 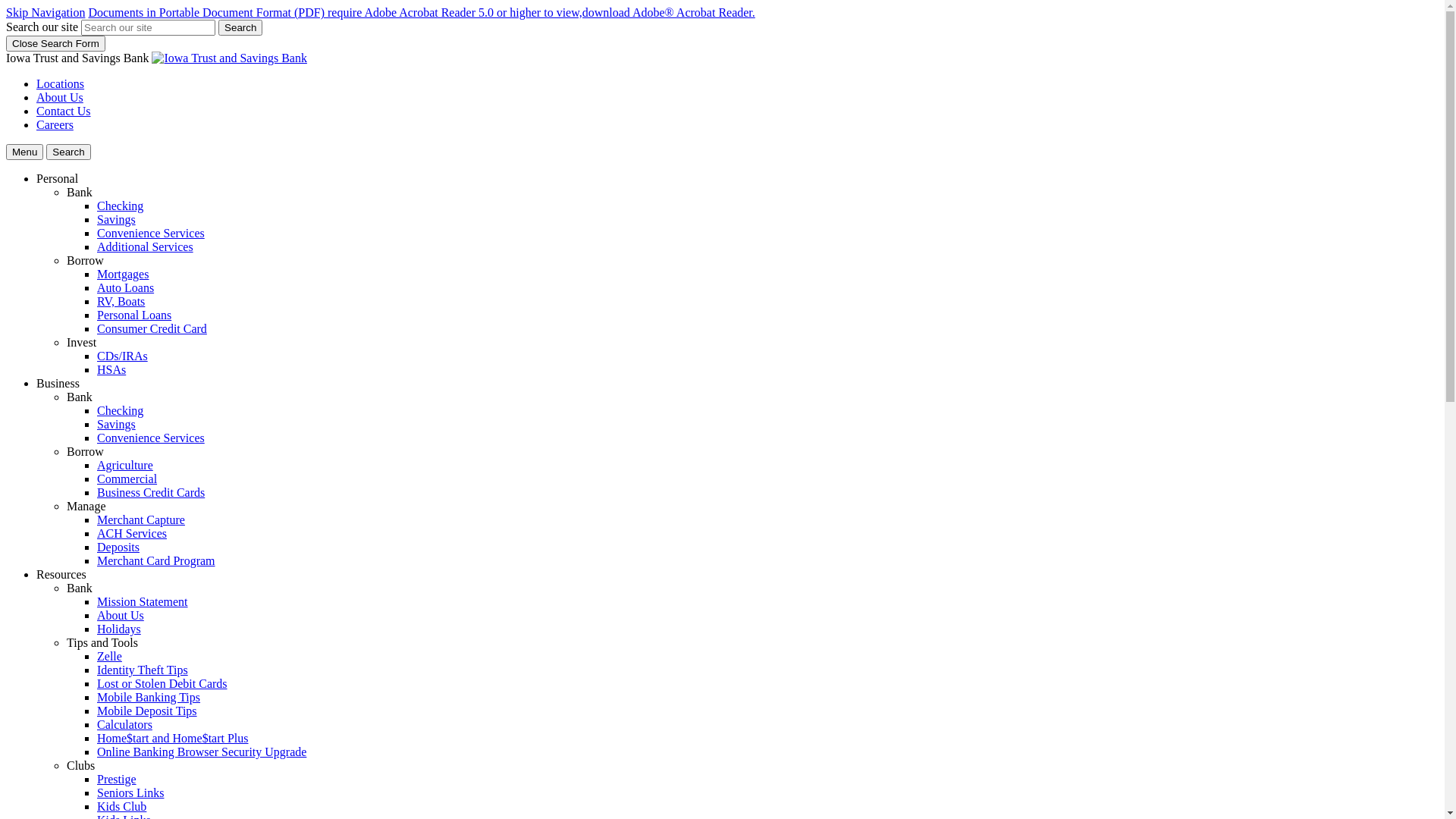 I want to click on 'Iowa Trust and Savings Bank, Centerville, IA', so click(x=228, y=57).